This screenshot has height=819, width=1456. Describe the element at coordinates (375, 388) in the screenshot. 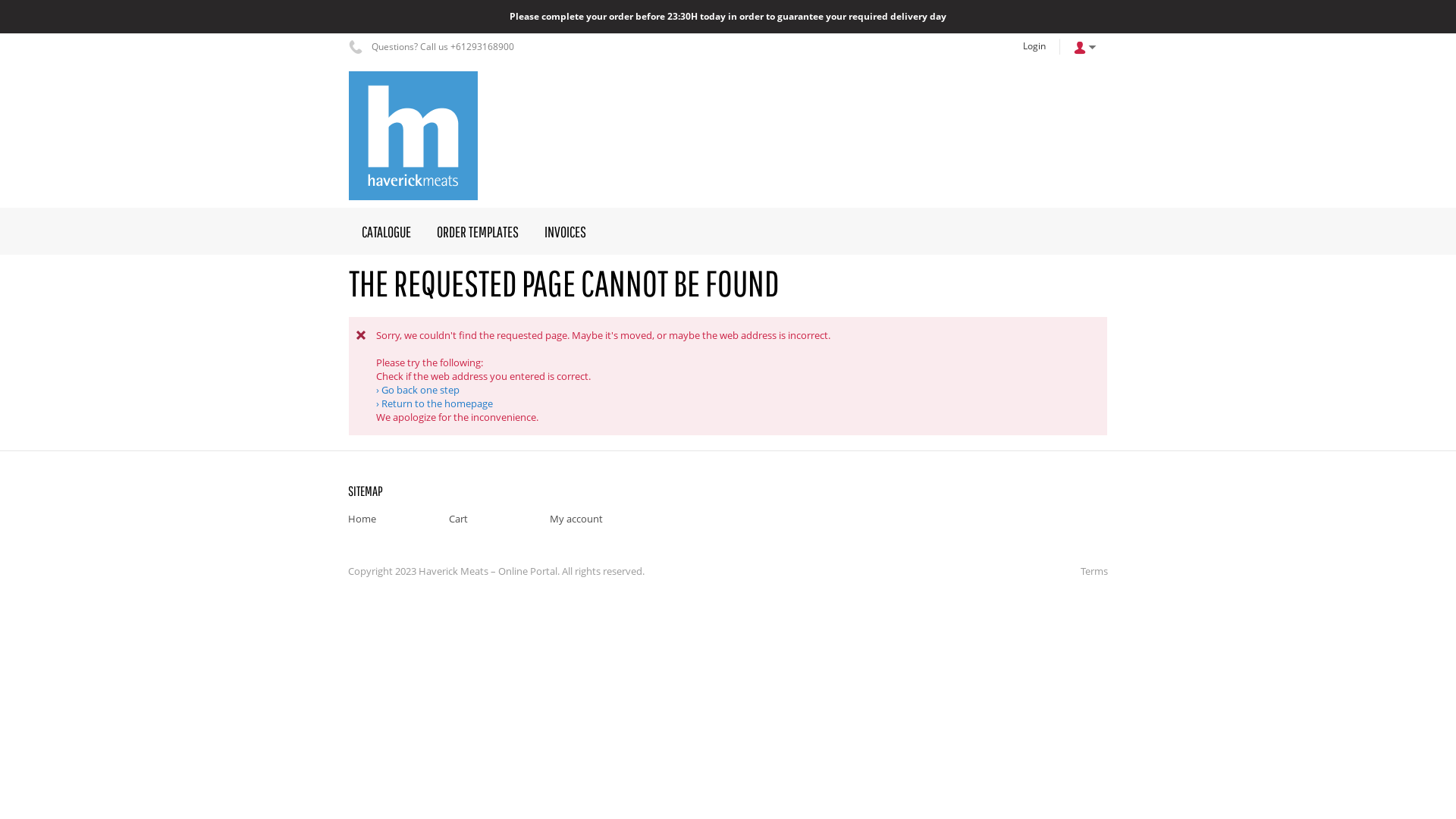

I see `'Go back one step'` at that location.